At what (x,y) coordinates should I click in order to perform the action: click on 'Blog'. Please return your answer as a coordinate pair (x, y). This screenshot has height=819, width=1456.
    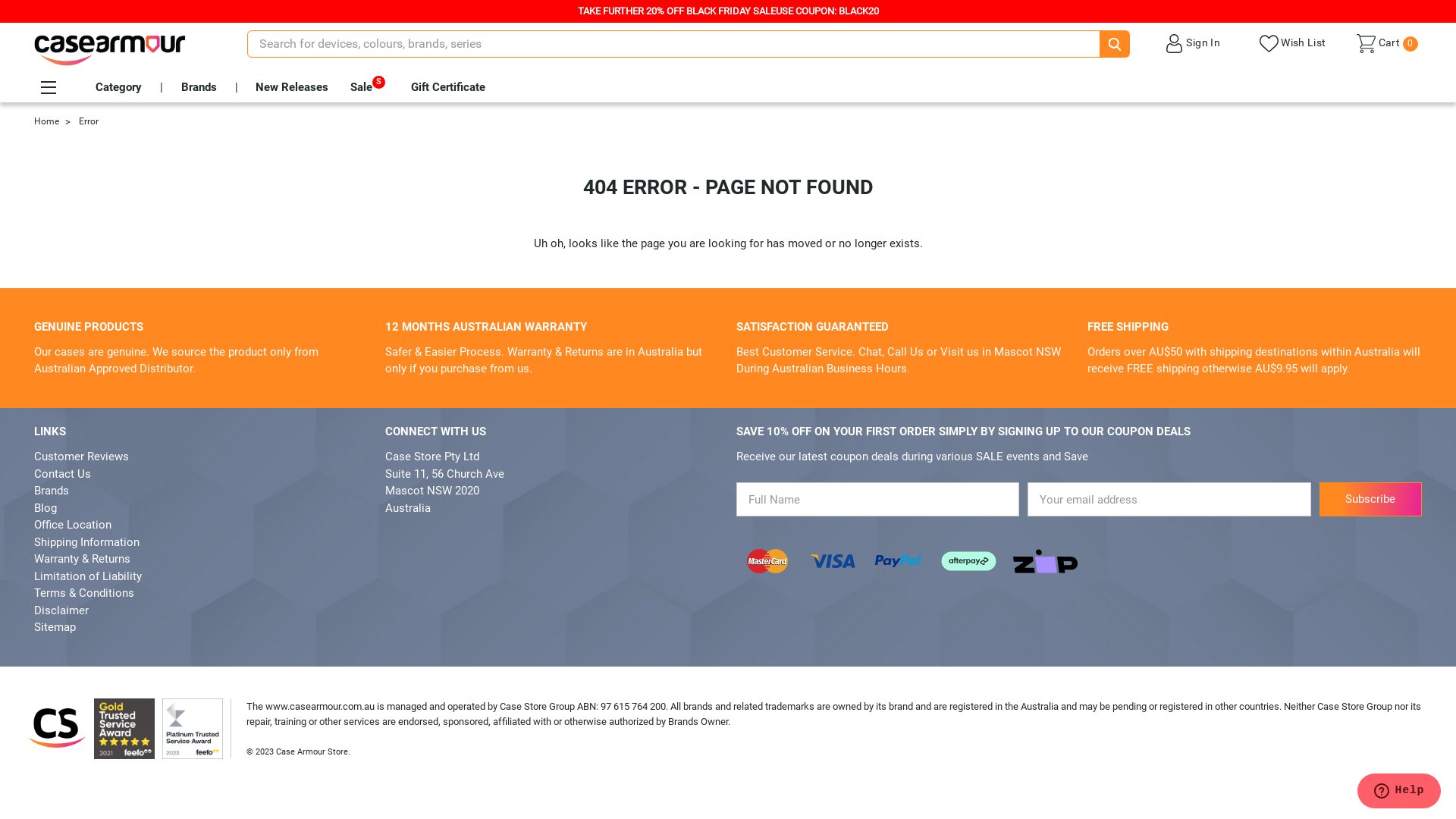
    Looking at the image, I should click on (33, 508).